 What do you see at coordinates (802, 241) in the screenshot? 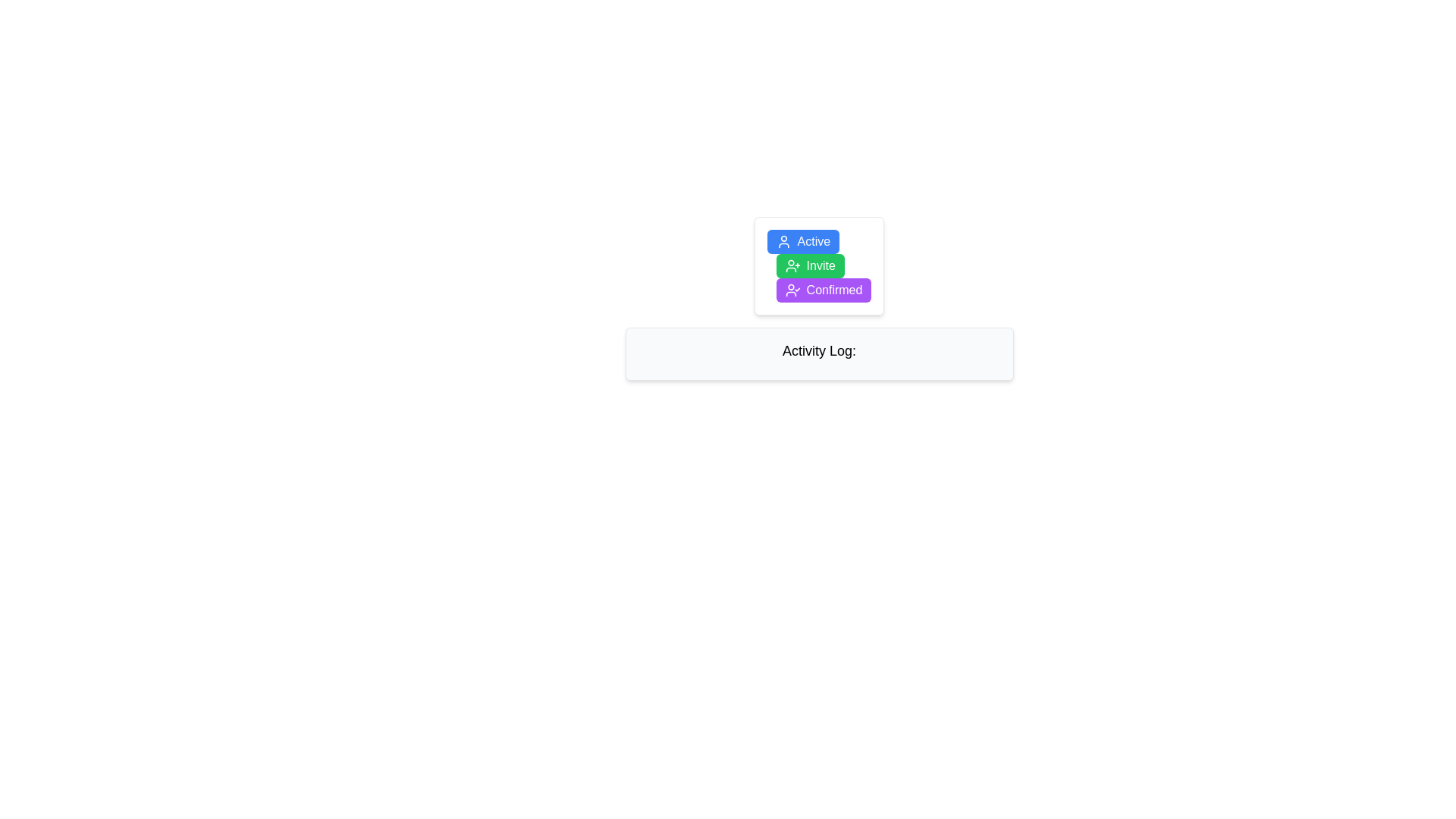
I see `the top button labeled 'Active' with a blue background and user profile icon` at bounding box center [802, 241].